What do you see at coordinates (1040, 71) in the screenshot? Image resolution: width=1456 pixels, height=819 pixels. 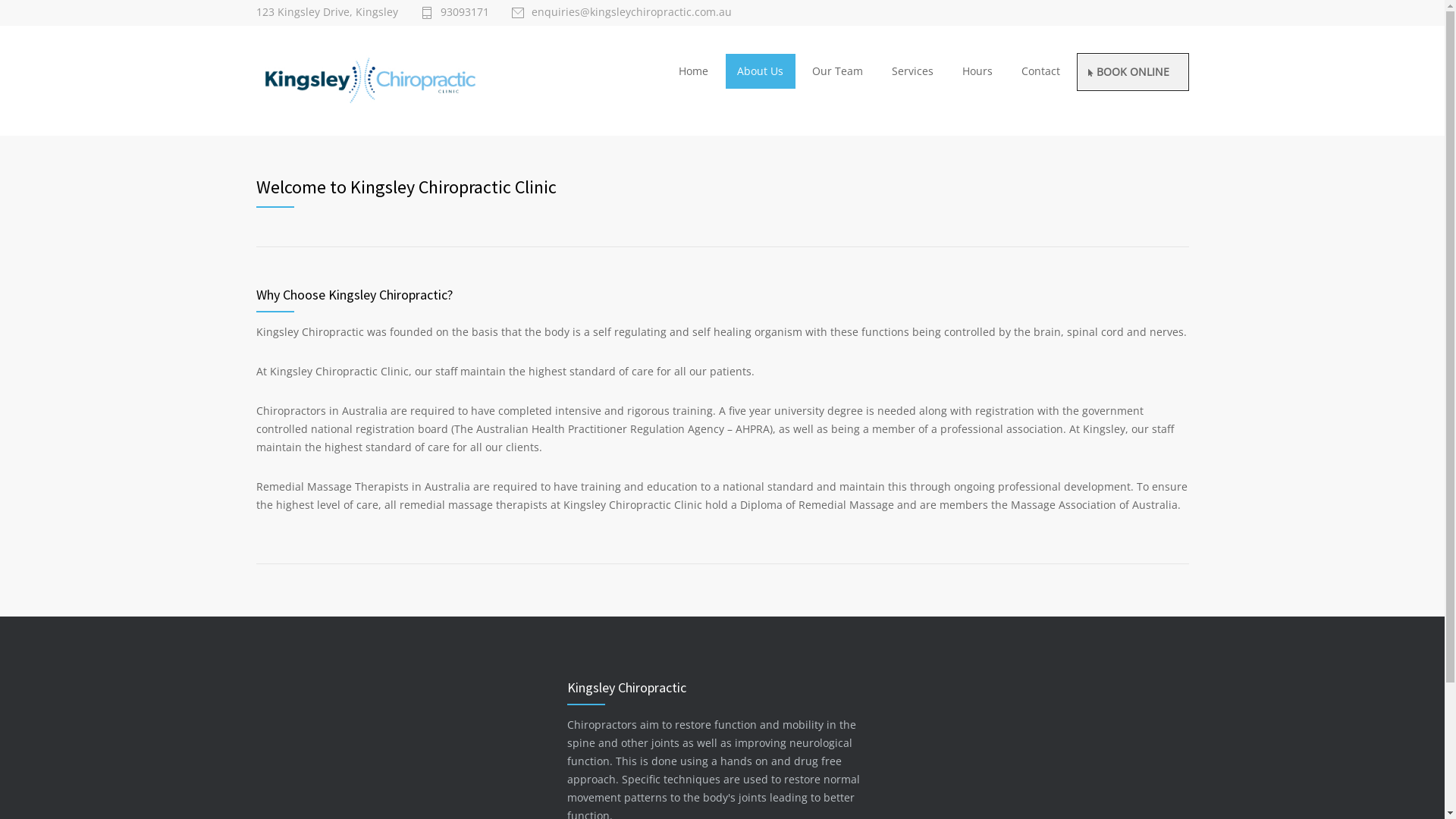 I see `'Contact'` at bounding box center [1040, 71].